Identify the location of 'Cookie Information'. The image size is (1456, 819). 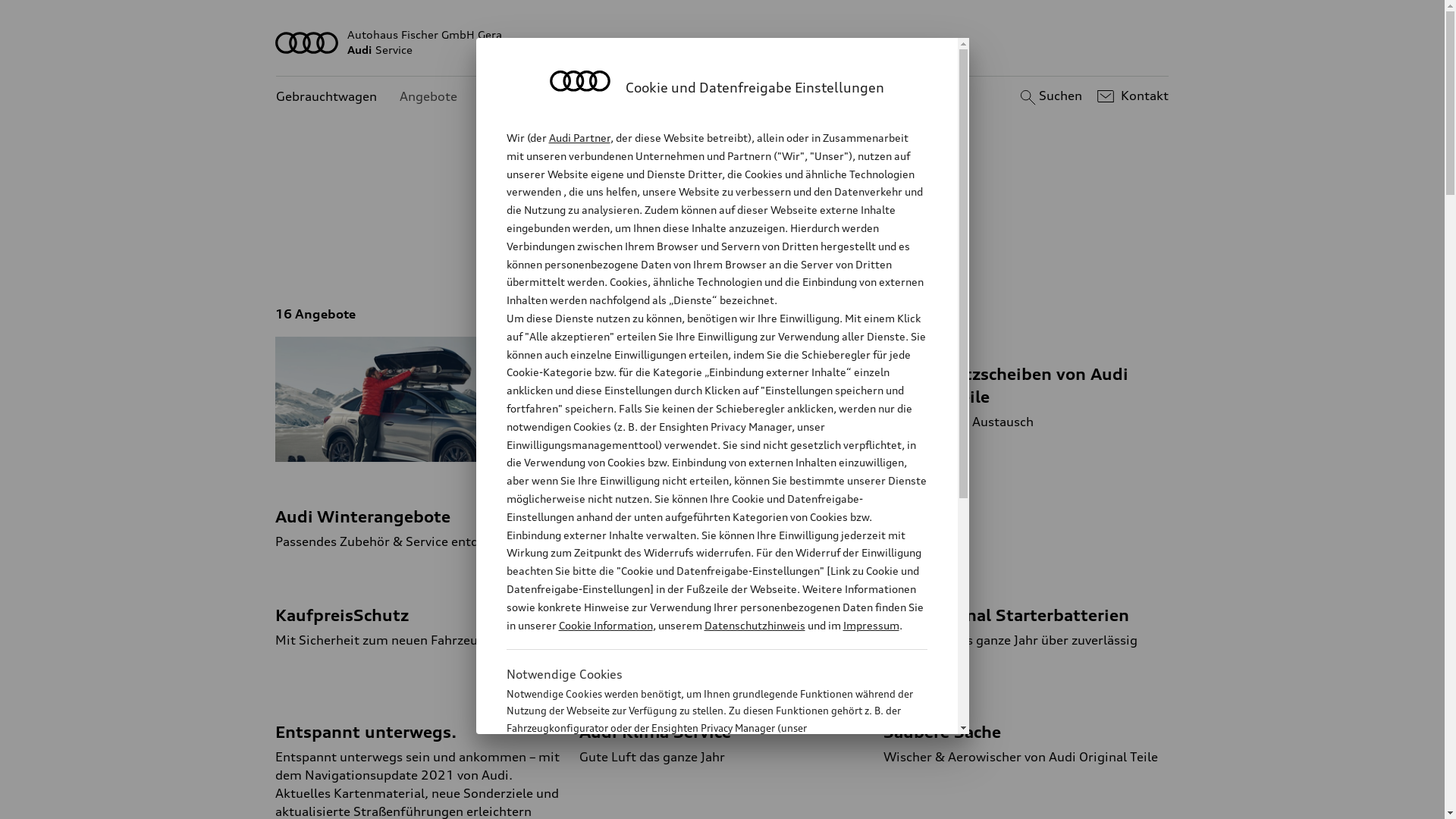
(604, 625).